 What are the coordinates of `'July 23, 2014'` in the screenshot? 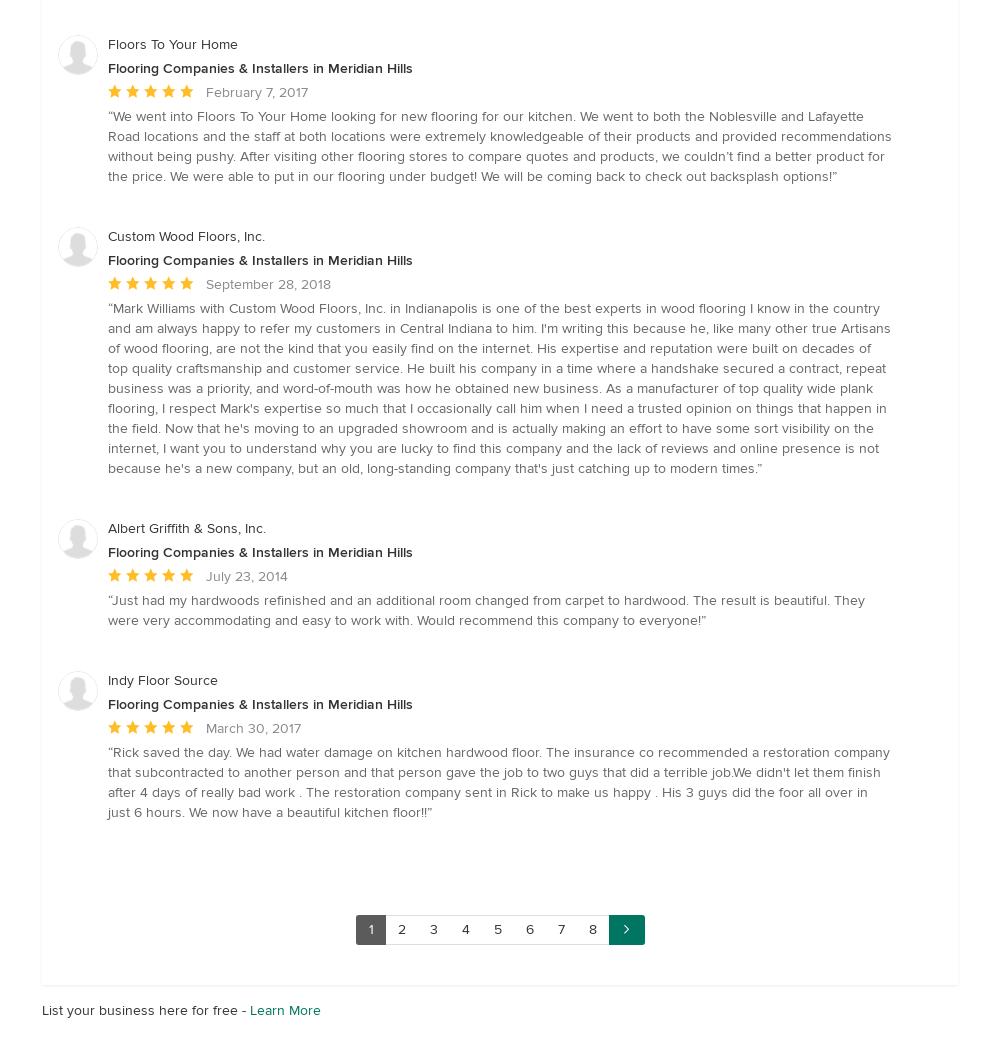 It's located at (205, 575).